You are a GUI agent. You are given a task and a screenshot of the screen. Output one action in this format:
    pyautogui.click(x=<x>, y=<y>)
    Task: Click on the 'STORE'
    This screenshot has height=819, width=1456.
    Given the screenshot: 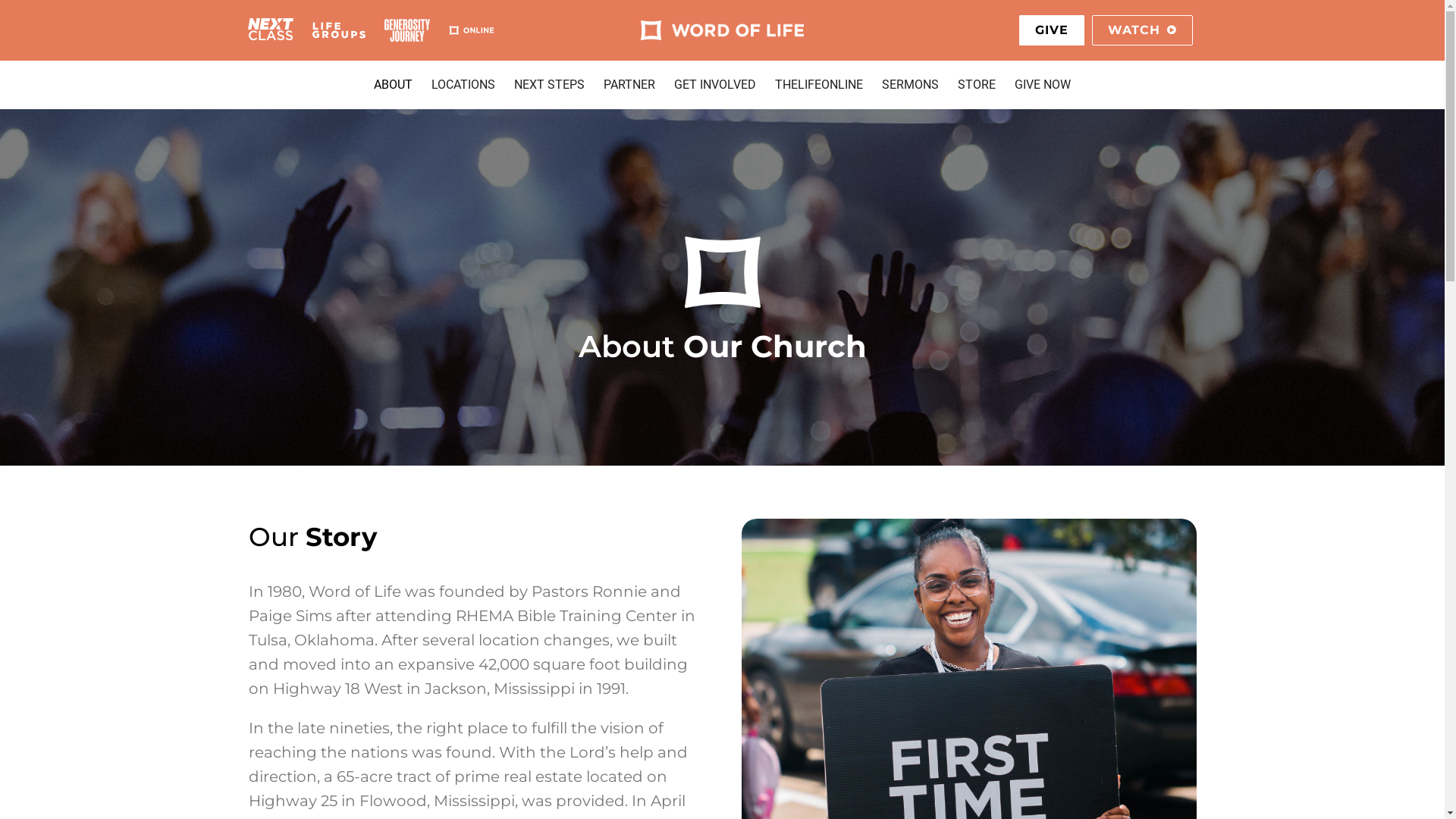 What is the action you would take?
    pyautogui.click(x=976, y=84)
    